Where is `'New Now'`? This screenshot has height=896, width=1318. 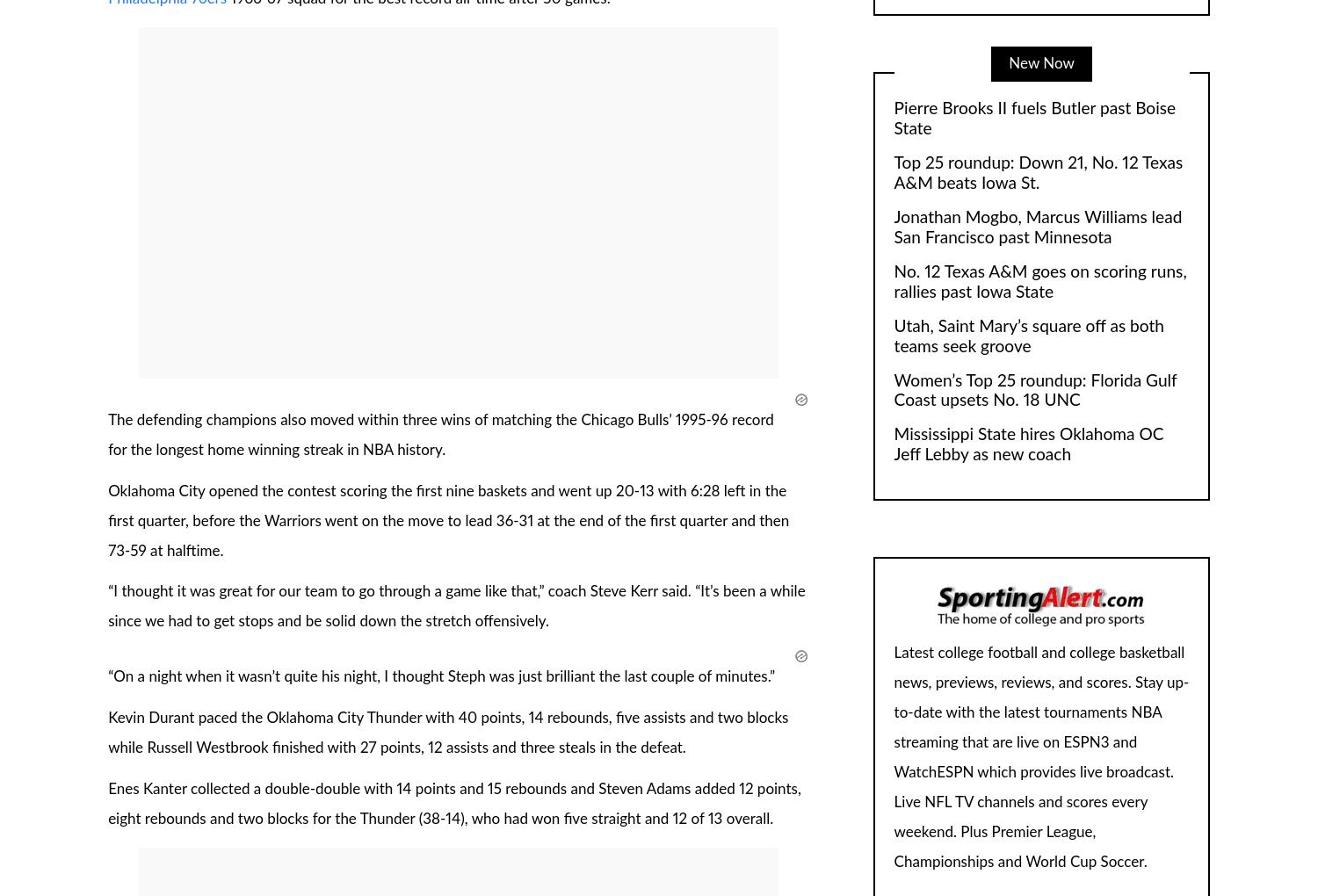
'New Now' is located at coordinates (1041, 63).